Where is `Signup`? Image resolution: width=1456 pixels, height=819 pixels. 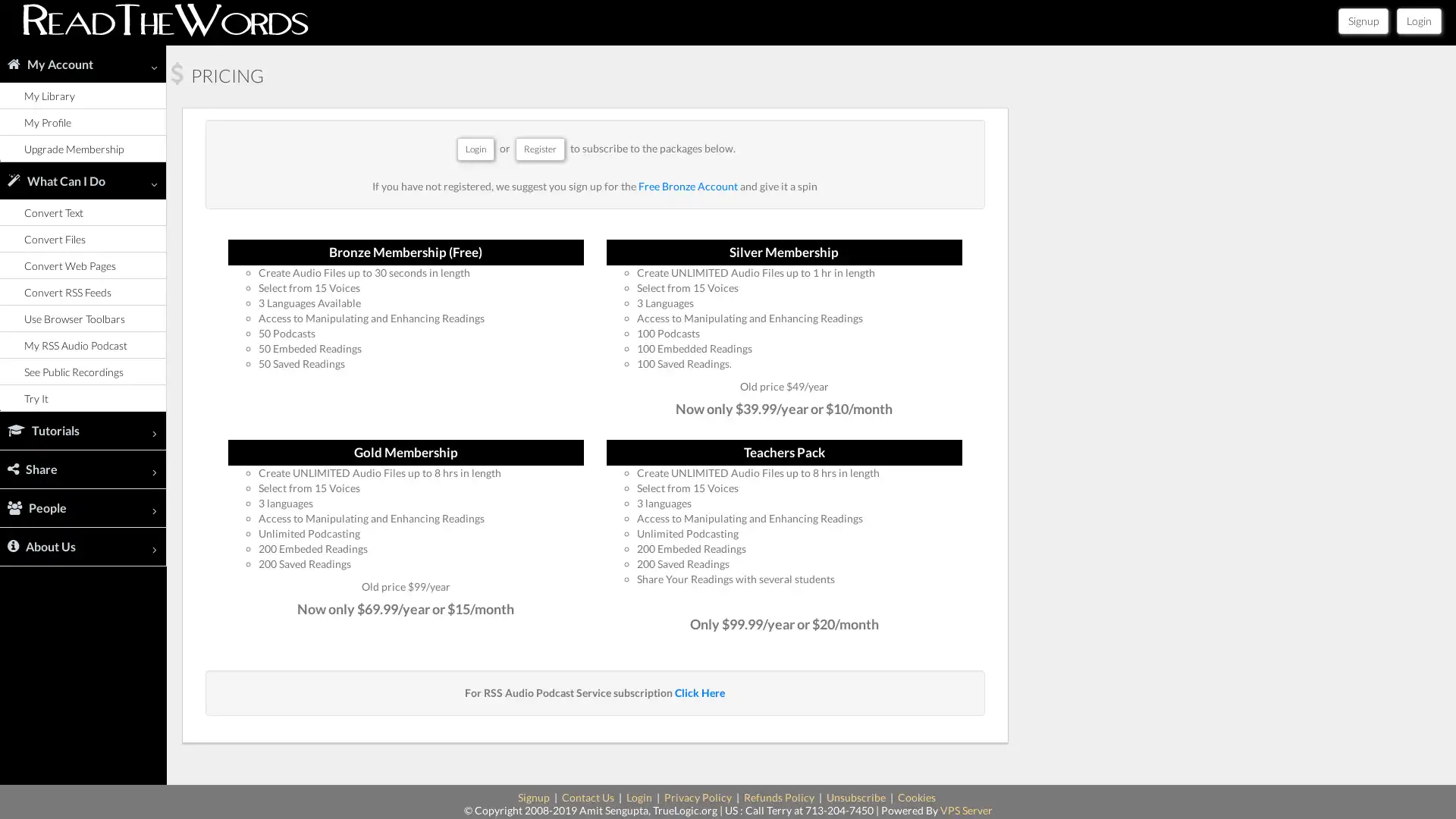
Signup is located at coordinates (1363, 20).